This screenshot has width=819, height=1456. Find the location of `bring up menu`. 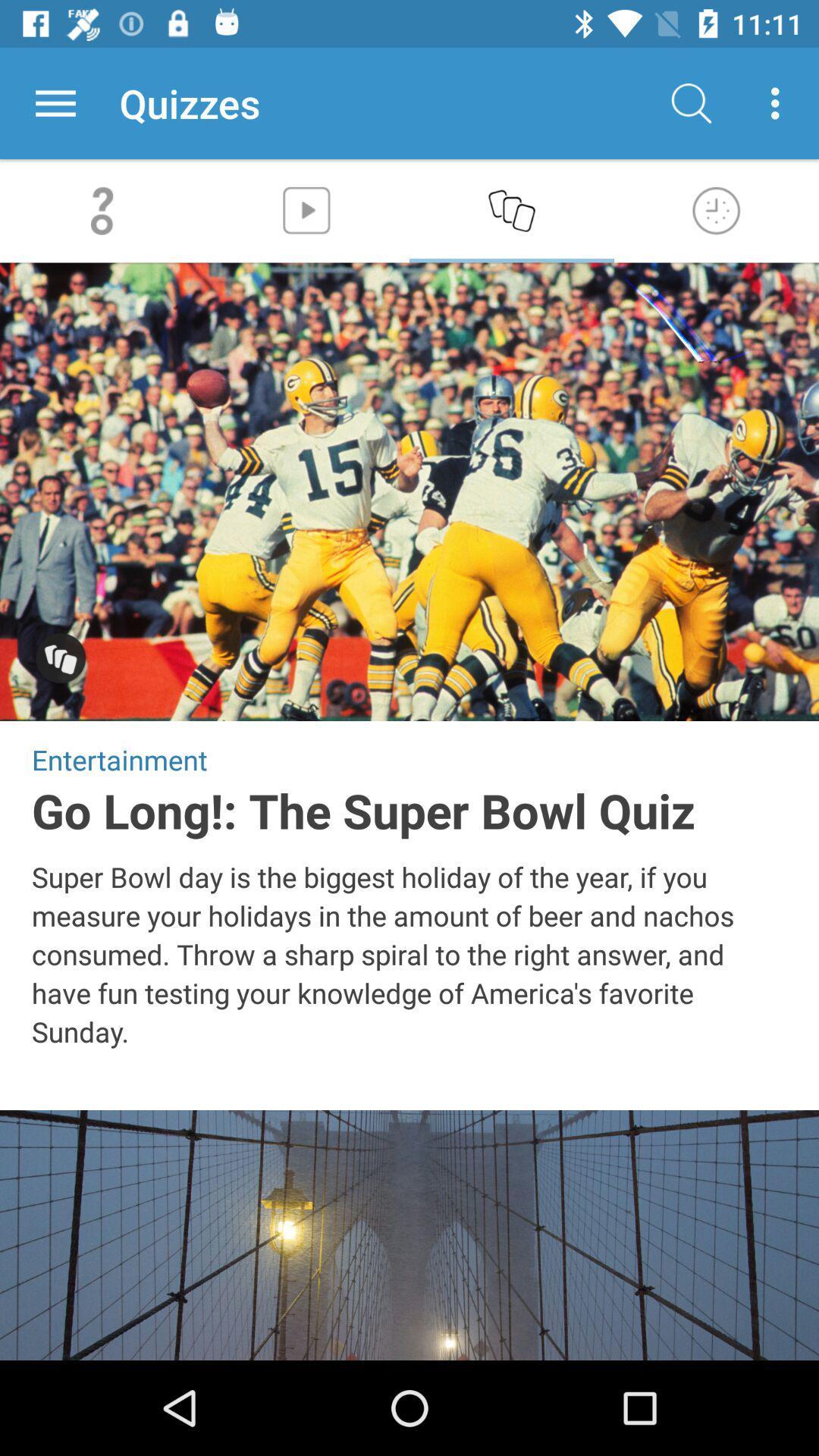

bring up menu is located at coordinates (55, 102).